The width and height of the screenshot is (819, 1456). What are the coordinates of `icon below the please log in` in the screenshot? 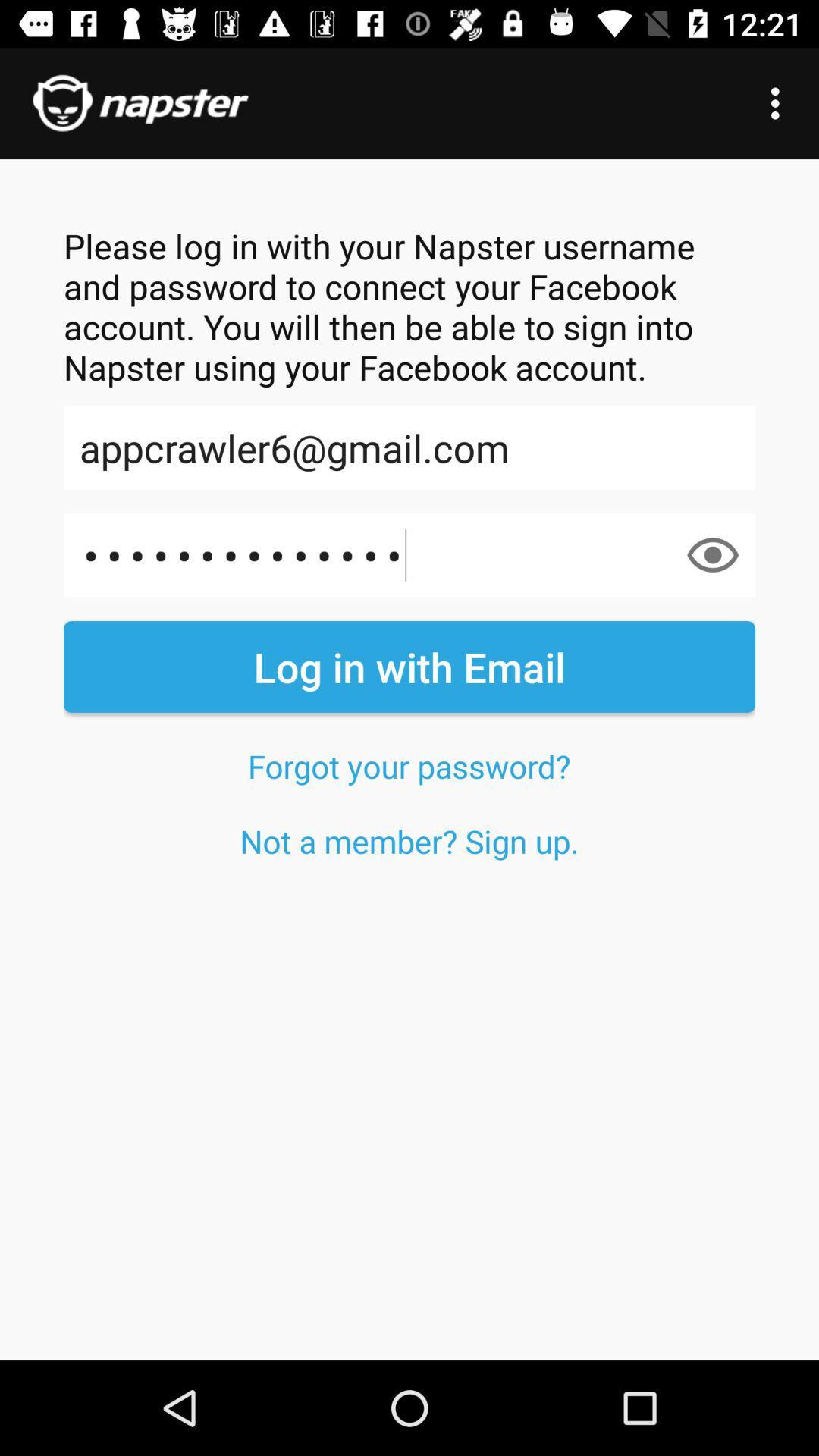 It's located at (409, 447).